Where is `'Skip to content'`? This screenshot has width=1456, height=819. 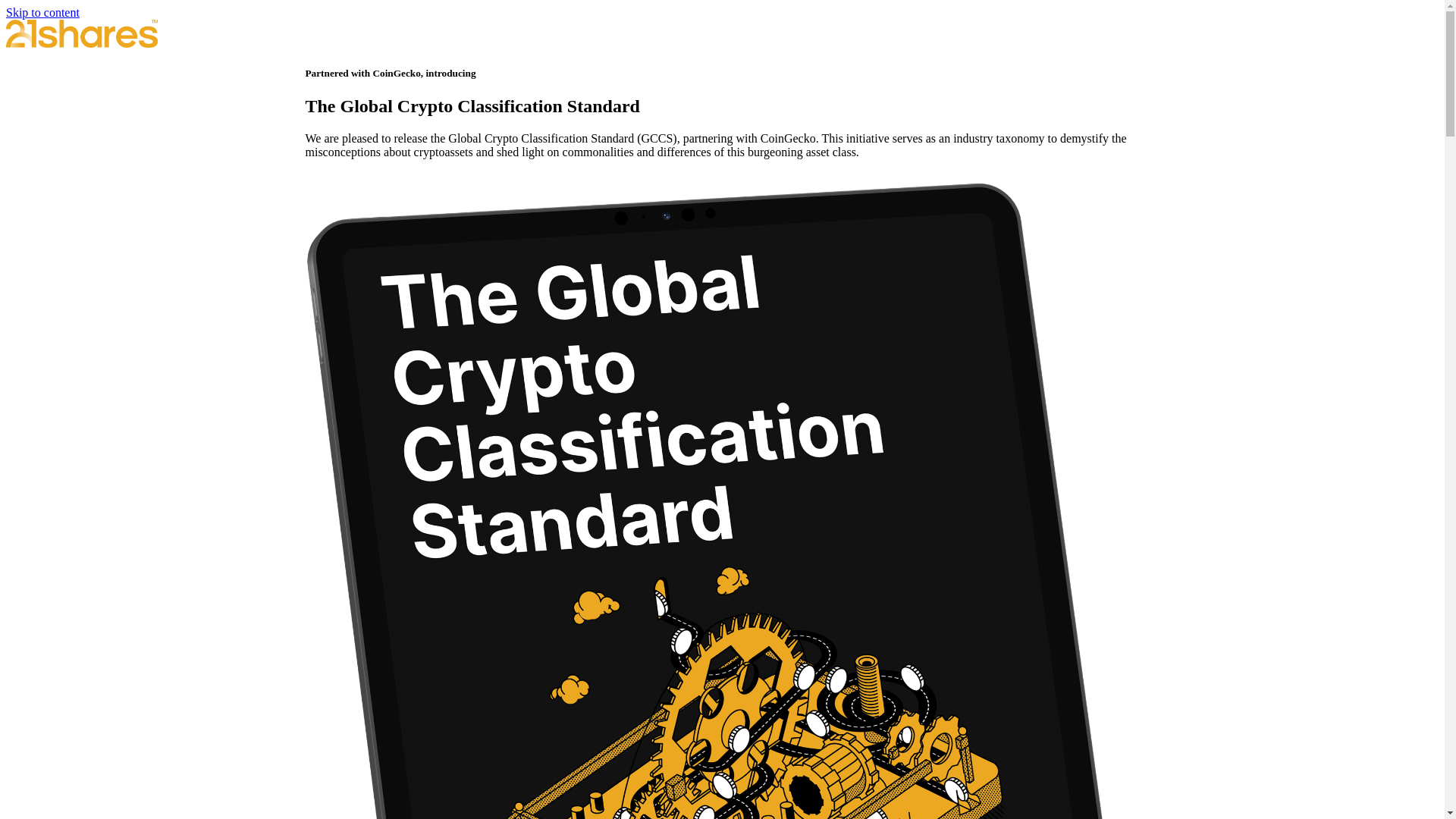
'Skip to content' is located at coordinates (42, 12).